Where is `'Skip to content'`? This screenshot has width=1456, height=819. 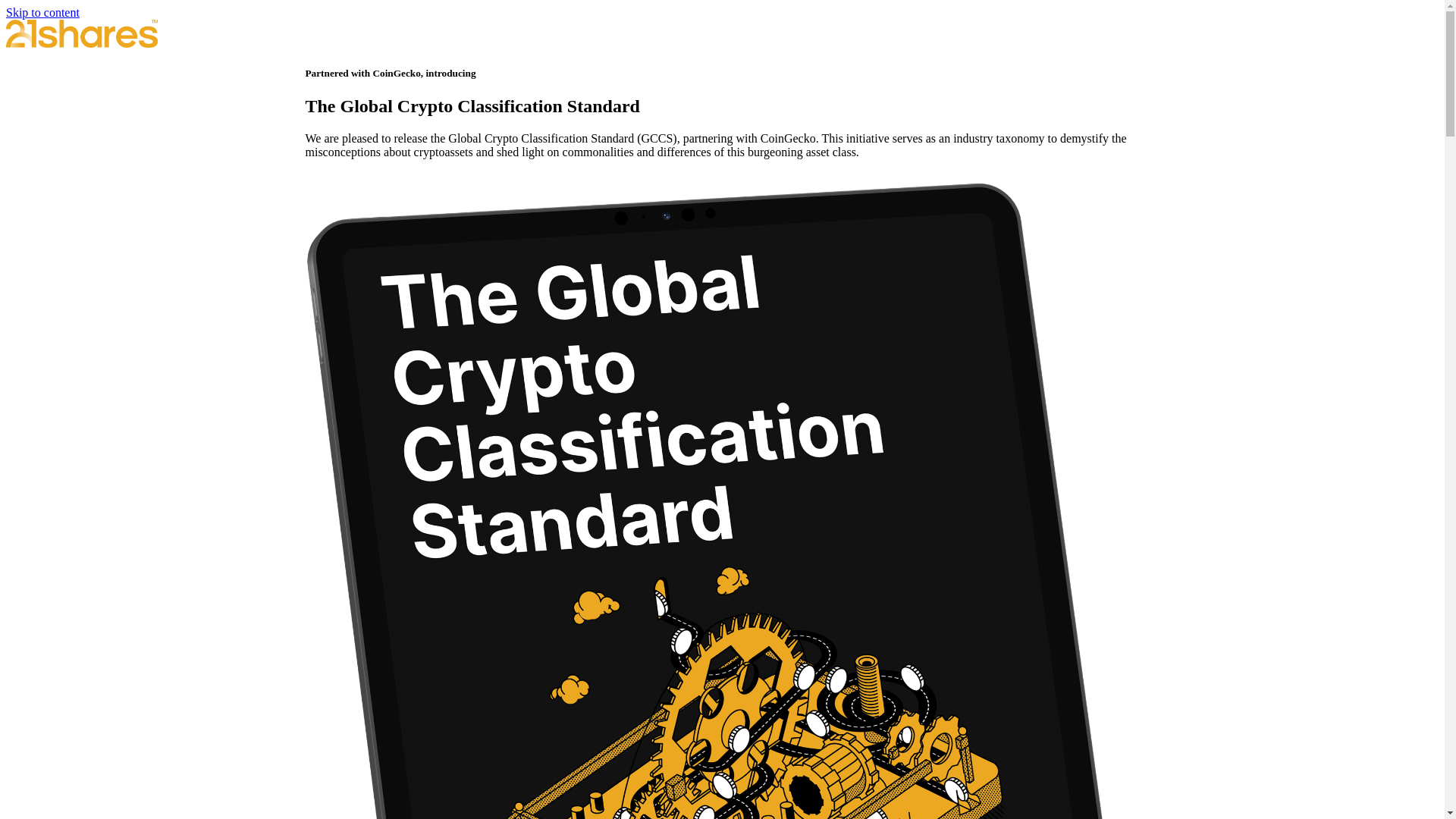
'Skip to content' is located at coordinates (42, 12).